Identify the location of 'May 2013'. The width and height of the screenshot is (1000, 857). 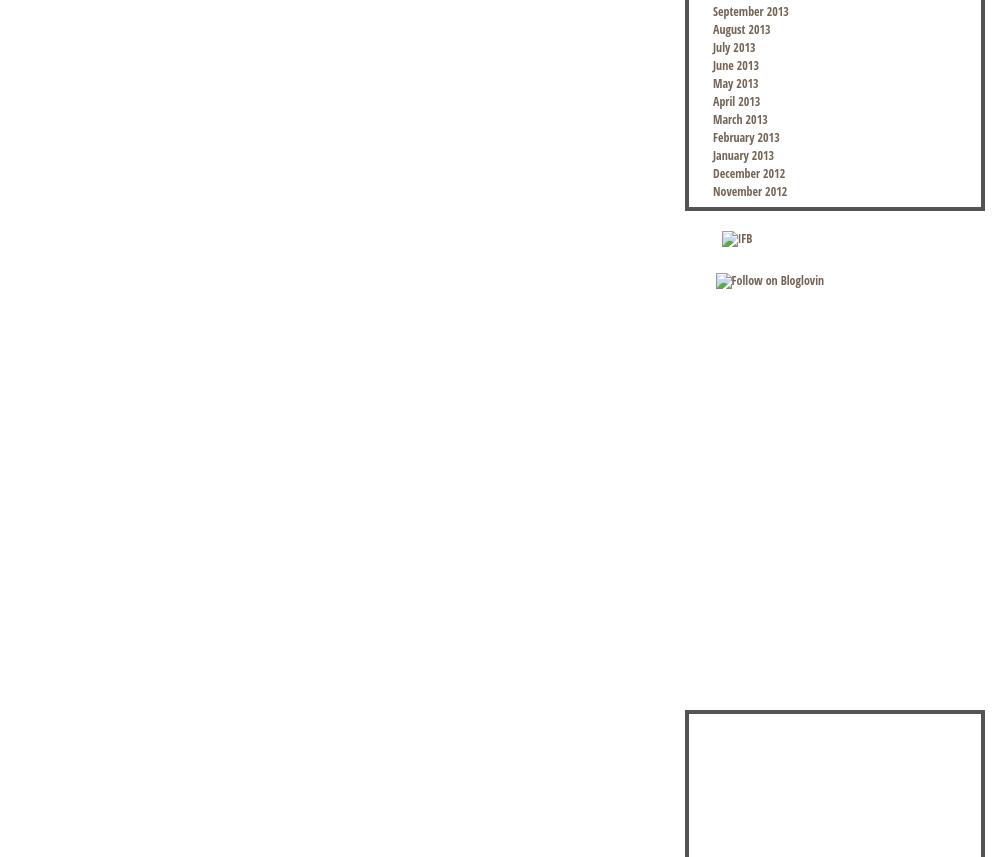
(734, 83).